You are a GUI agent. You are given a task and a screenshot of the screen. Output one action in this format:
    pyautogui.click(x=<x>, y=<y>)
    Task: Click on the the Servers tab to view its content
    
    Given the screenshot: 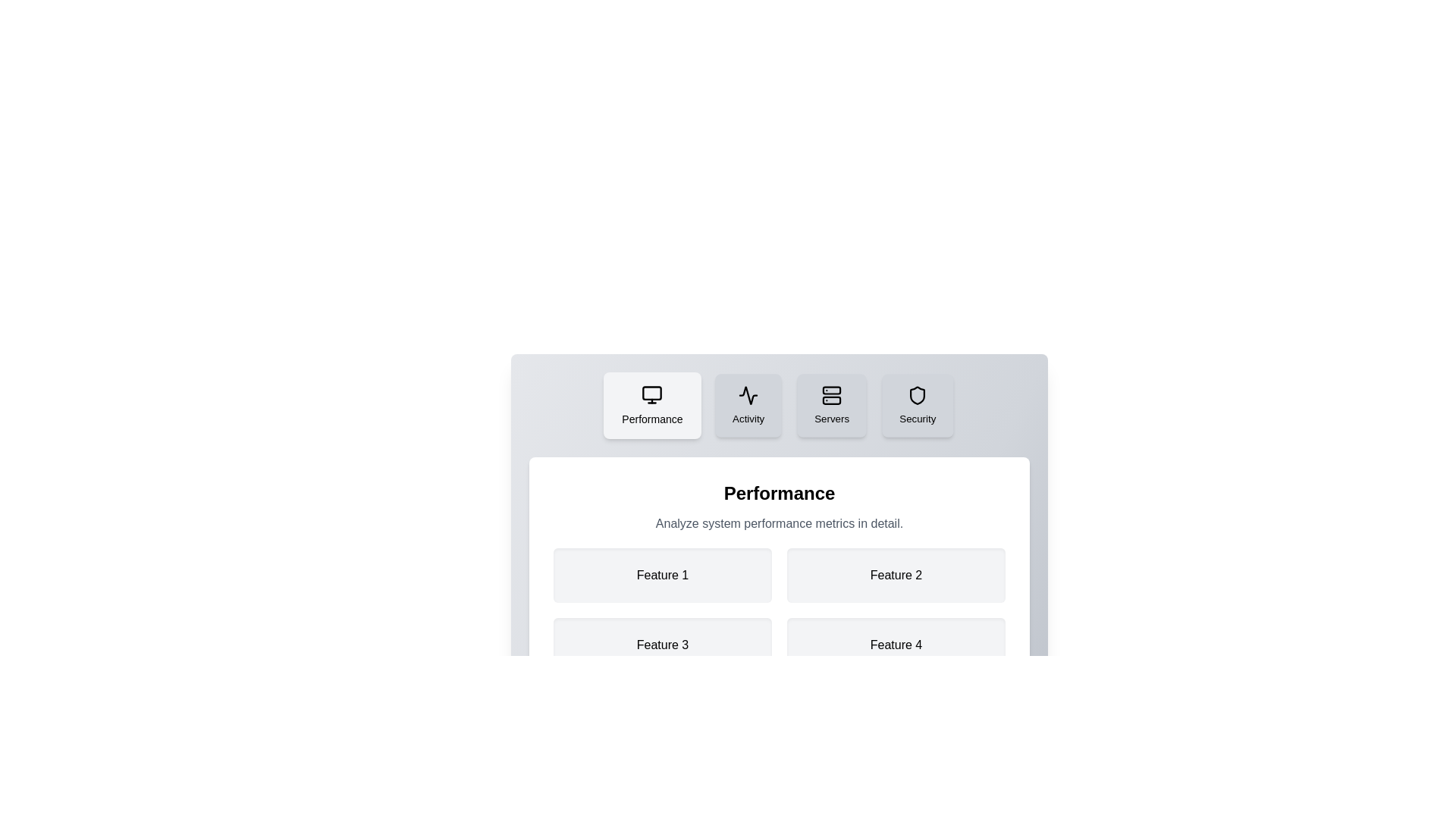 What is the action you would take?
    pyautogui.click(x=830, y=405)
    